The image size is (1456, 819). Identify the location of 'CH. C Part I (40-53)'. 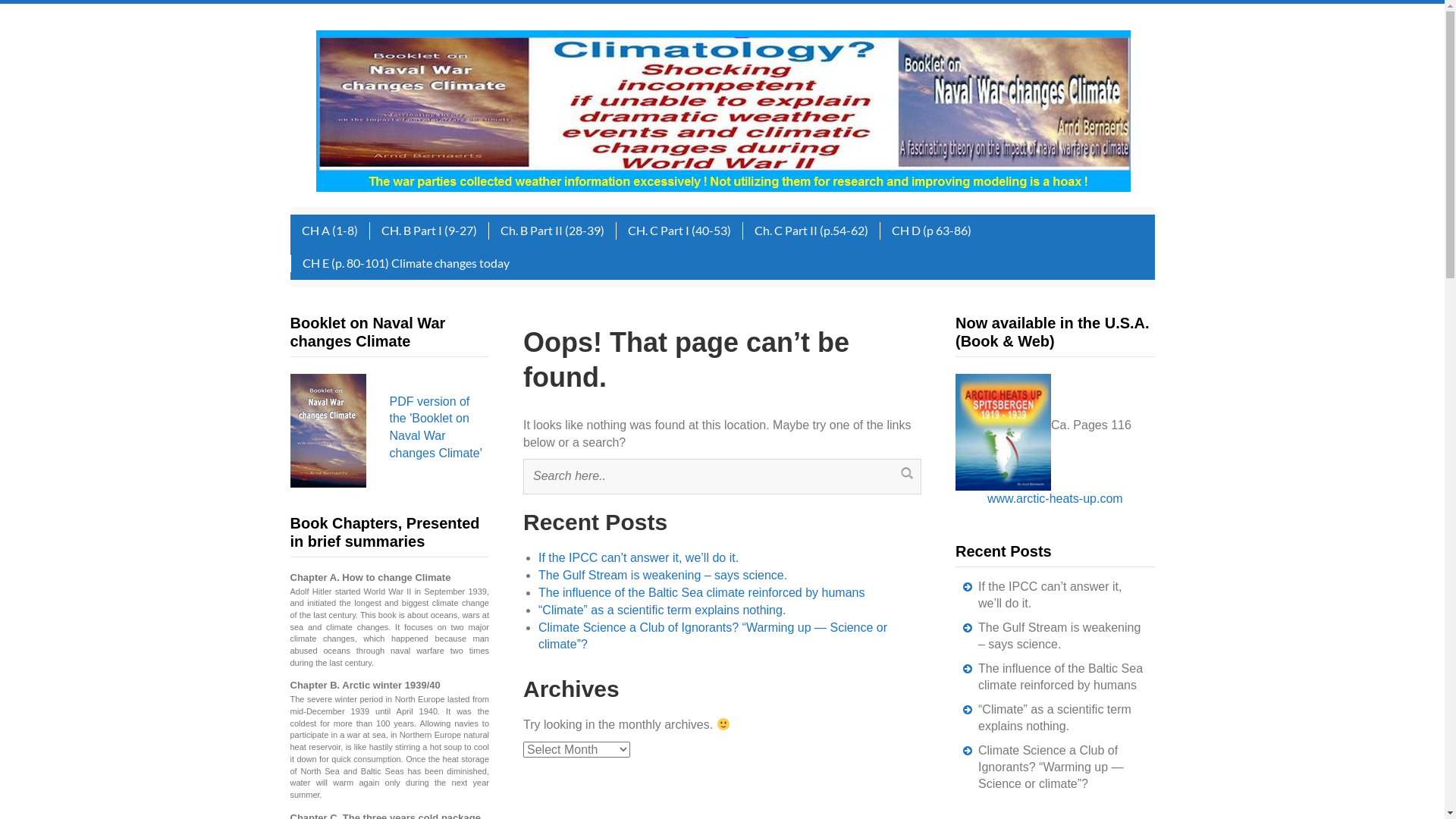
(678, 231).